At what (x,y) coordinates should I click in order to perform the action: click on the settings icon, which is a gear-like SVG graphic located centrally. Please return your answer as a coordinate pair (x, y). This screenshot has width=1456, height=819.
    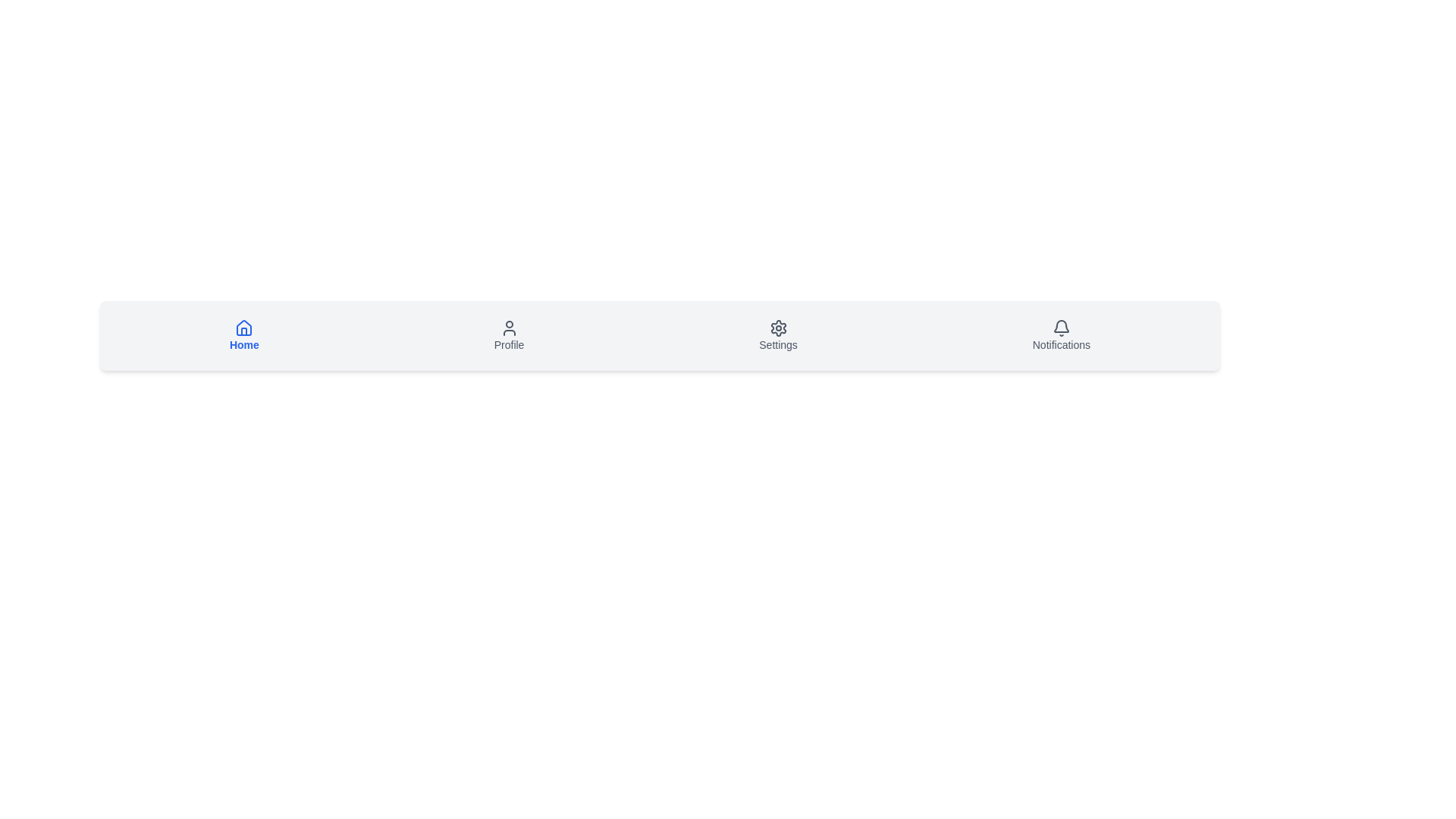
    Looking at the image, I should click on (778, 327).